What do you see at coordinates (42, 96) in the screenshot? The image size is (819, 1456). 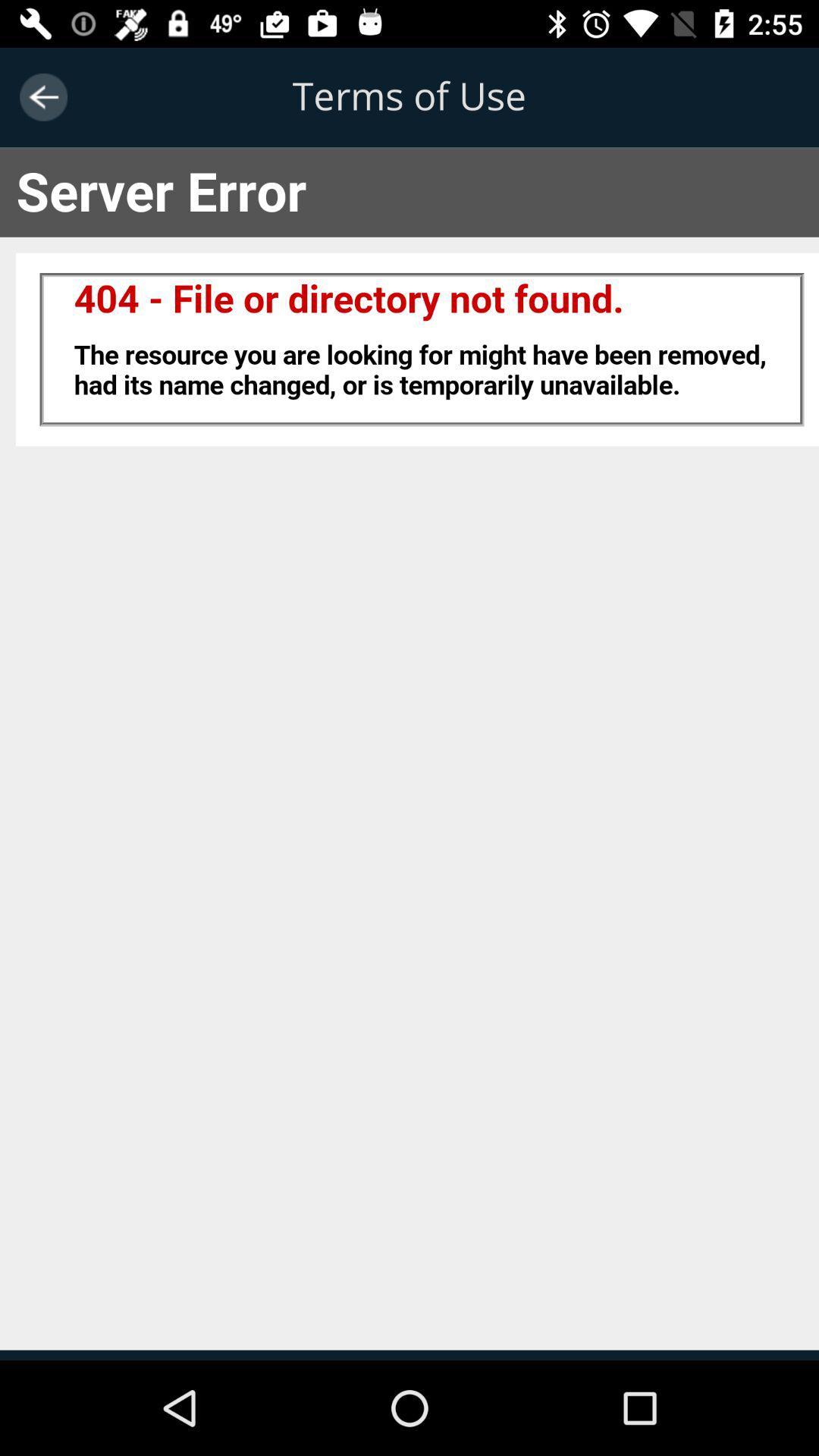 I see `the arrow_backward icon` at bounding box center [42, 96].